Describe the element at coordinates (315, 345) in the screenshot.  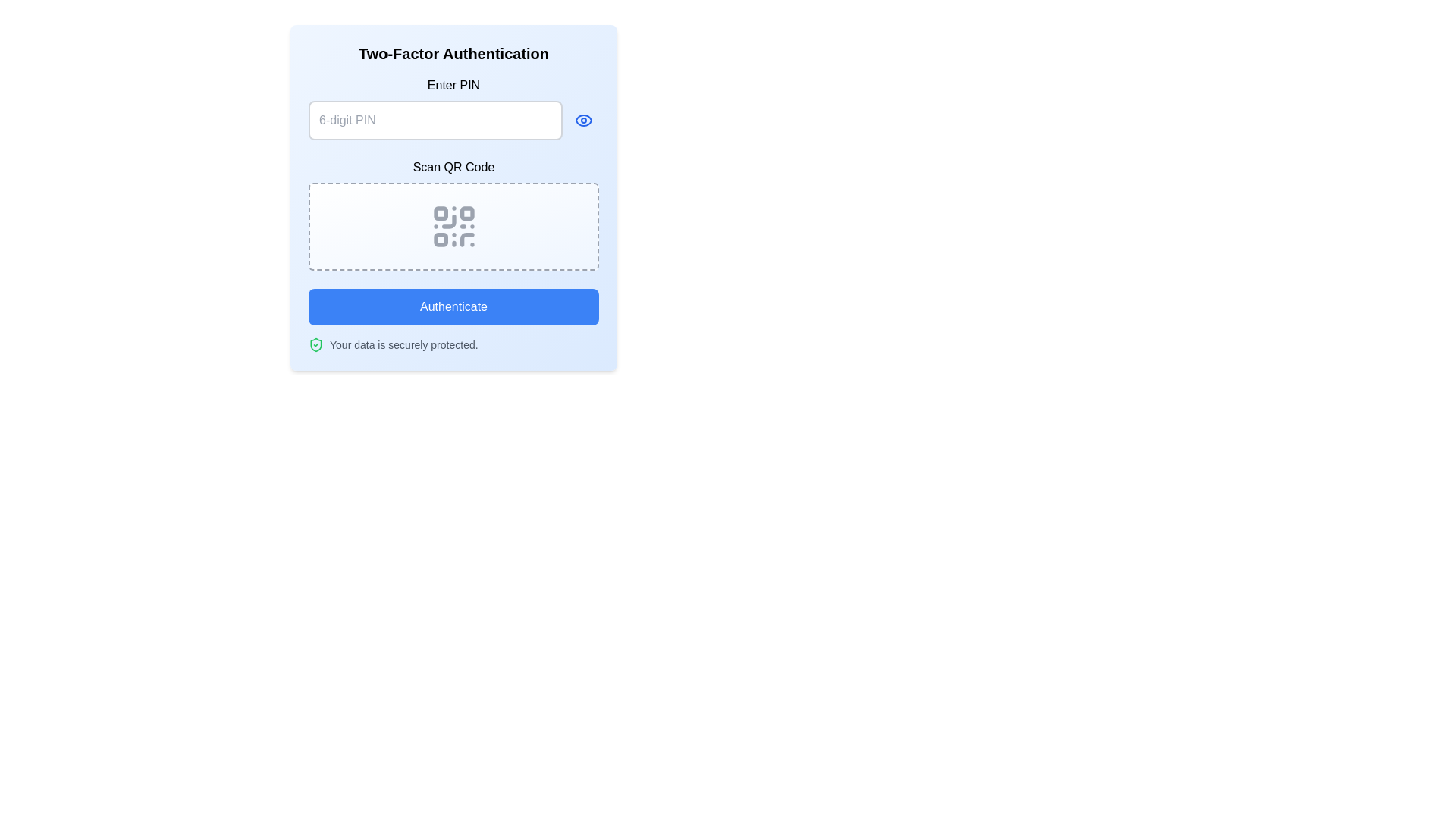
I see `the shield icon with a checkmark, which is styled in green and indicates a secure status, located to the left of the text 'Your data is securely protected.'` at that location.